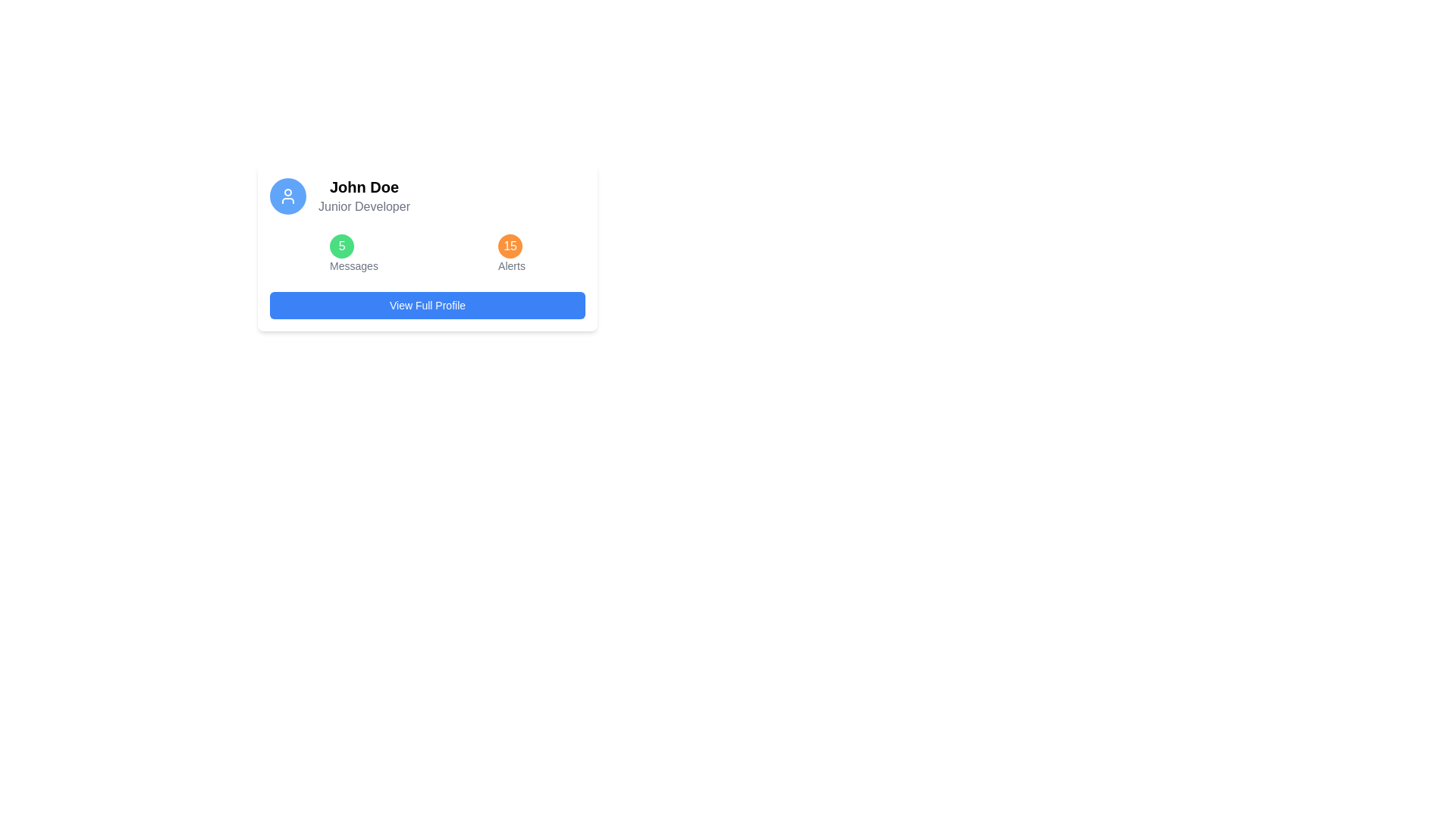  What do you see at coordinates (364, 207) in the screenshot?
I see `the 'Junior Developer' label, which is displayed in a gray font below the name 'John Doe' within the user profile card` at bounding box center [364, 207].